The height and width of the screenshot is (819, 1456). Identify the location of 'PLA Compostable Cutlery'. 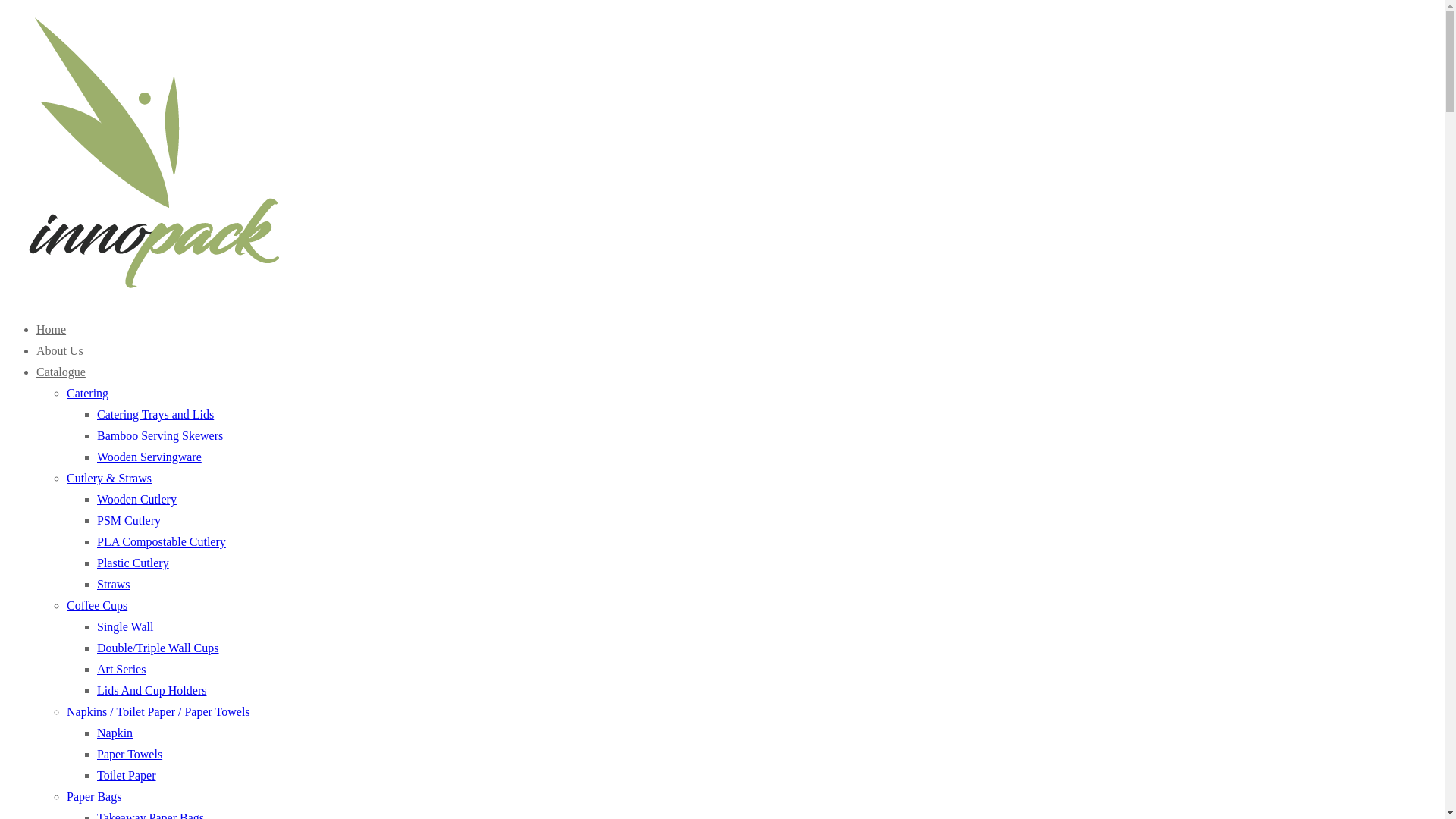
(161, 541).